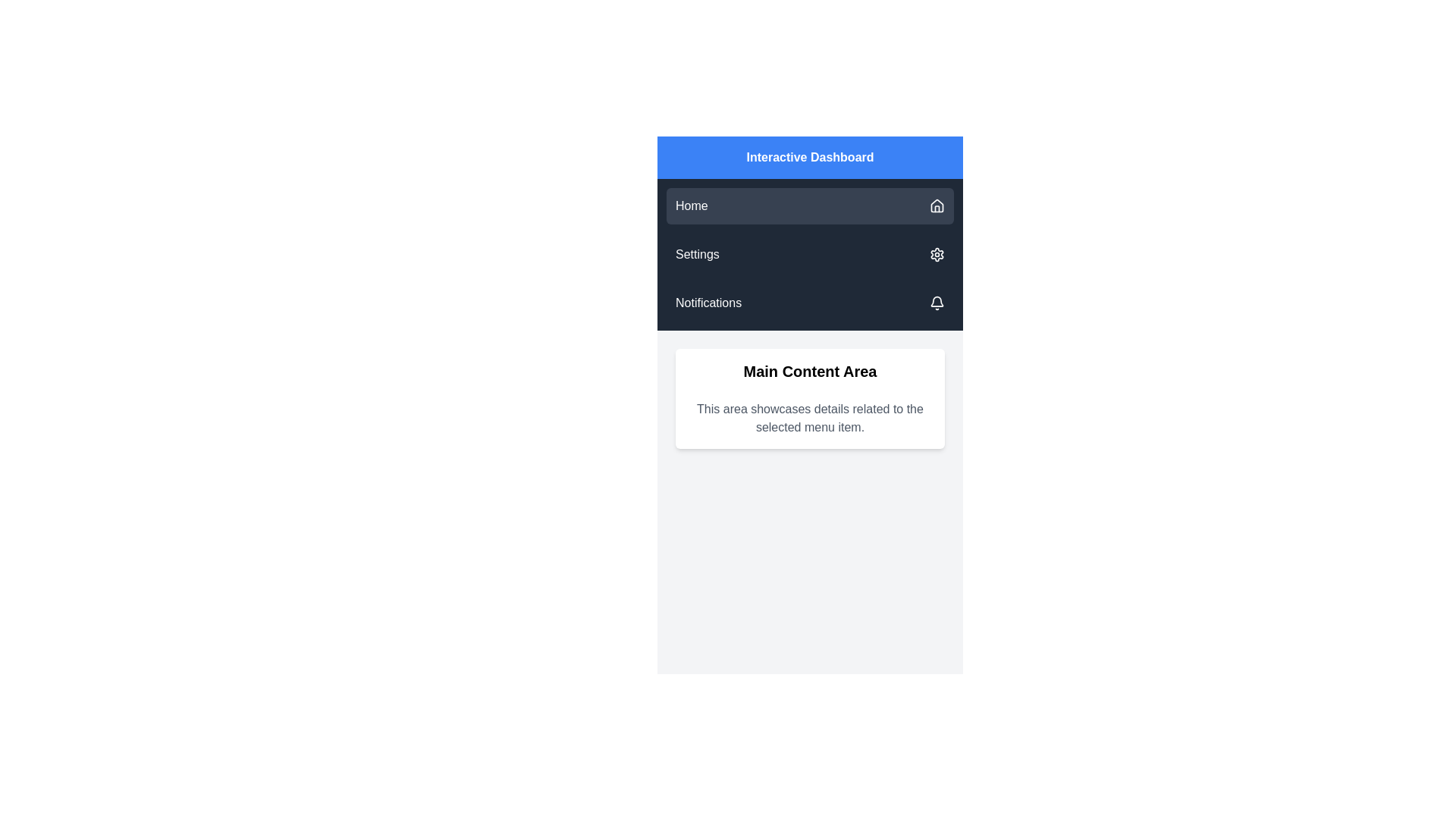  I want to click on the minimalist house icon representing the 'Home' concept, located in the upper-left section of the interface near the text label 'Home', so click(937, 206).